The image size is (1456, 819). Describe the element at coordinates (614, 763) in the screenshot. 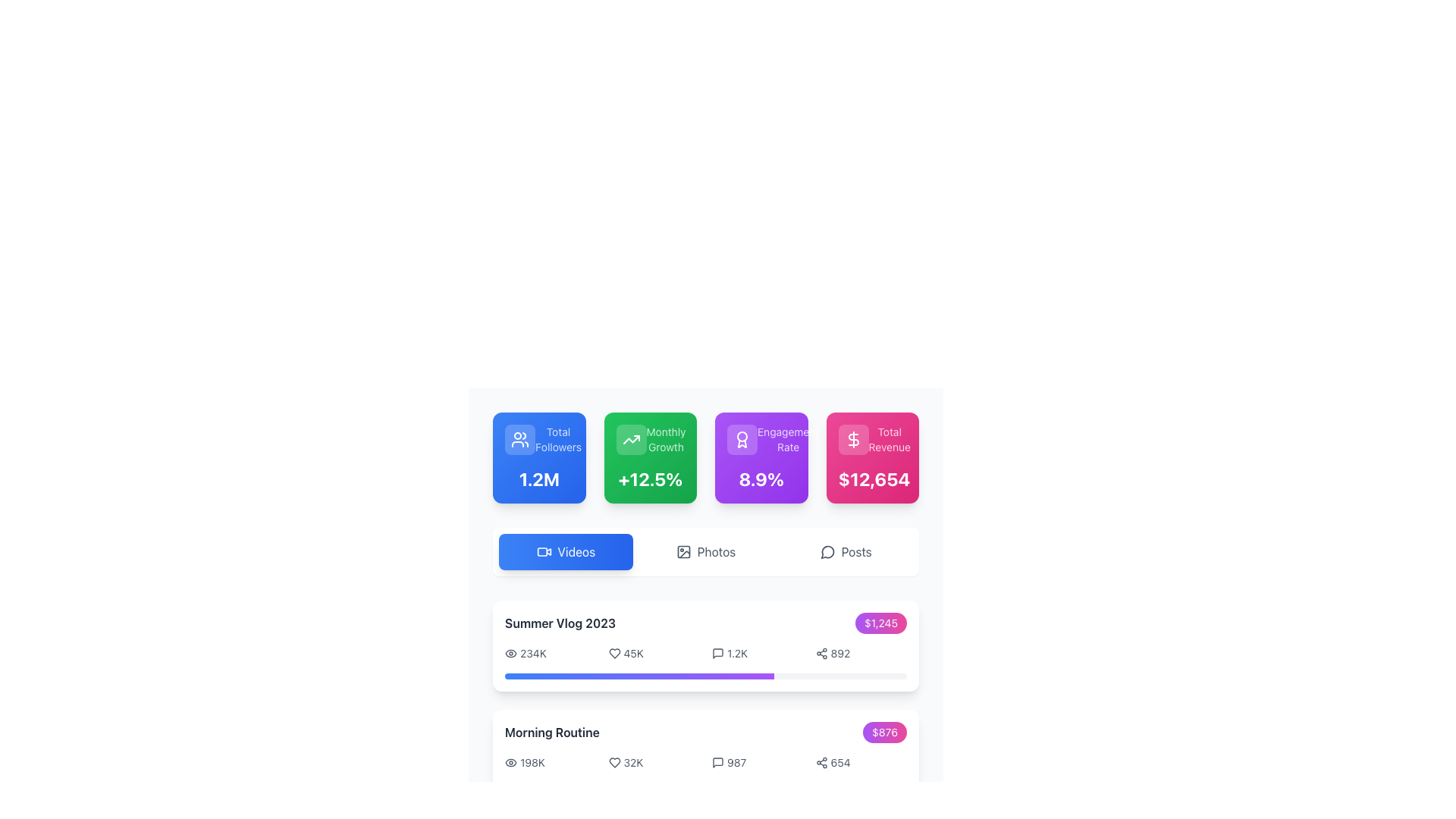

I see `the heart-shaped icon located to the left of the numerical information` at that location.